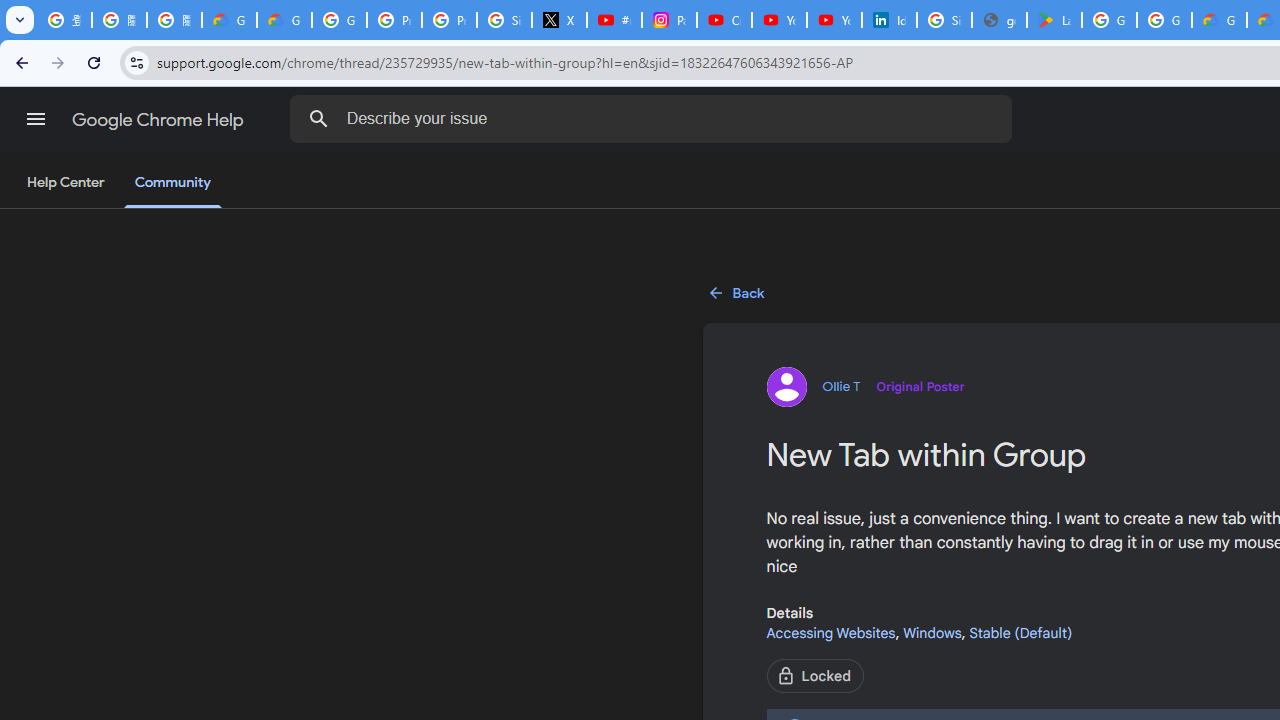 The width and height of the screenshot is (1280, 720). I want to click on 'Windows', so click(931, 632).